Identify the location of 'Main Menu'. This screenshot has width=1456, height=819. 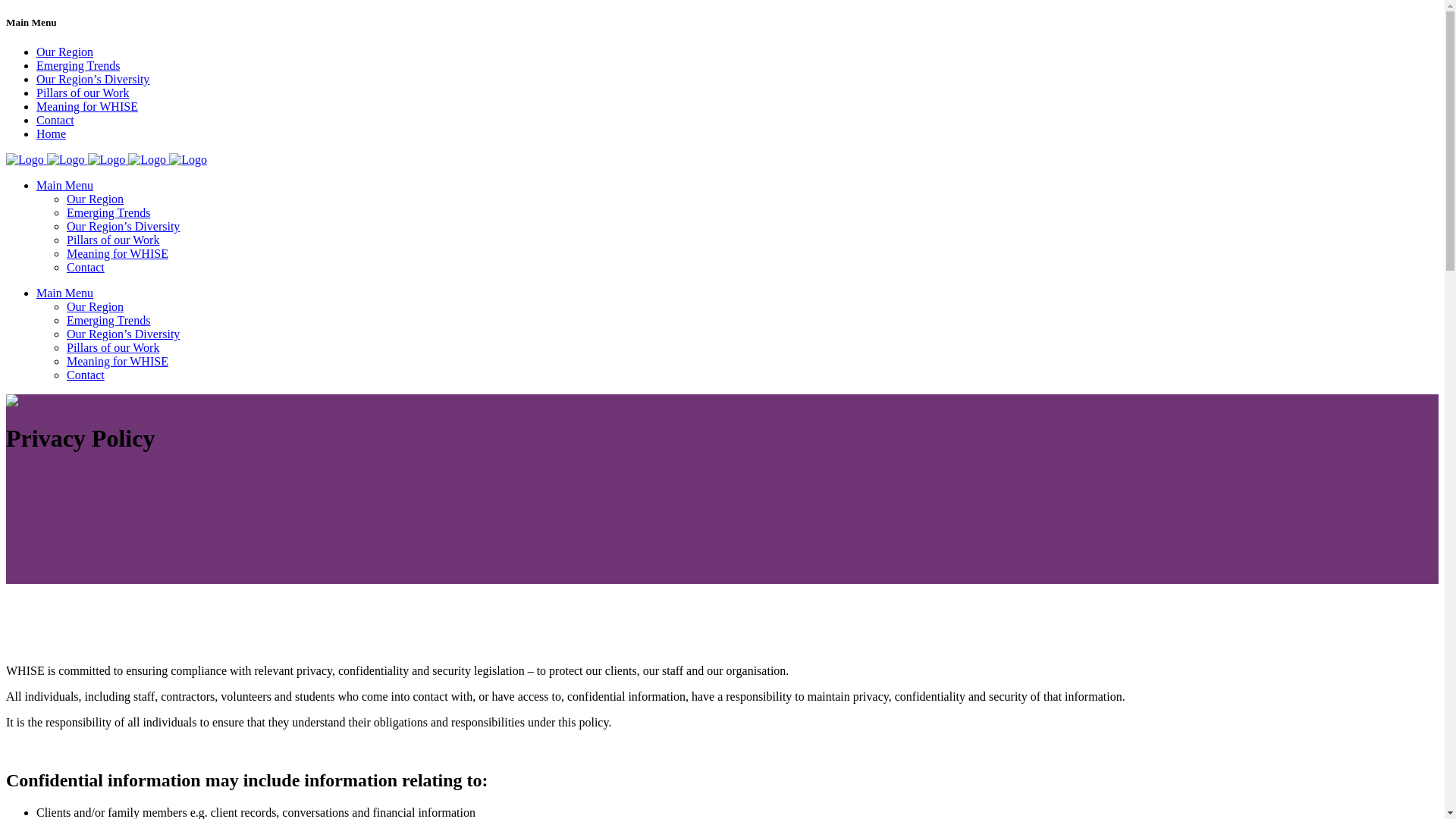
(36, 293).